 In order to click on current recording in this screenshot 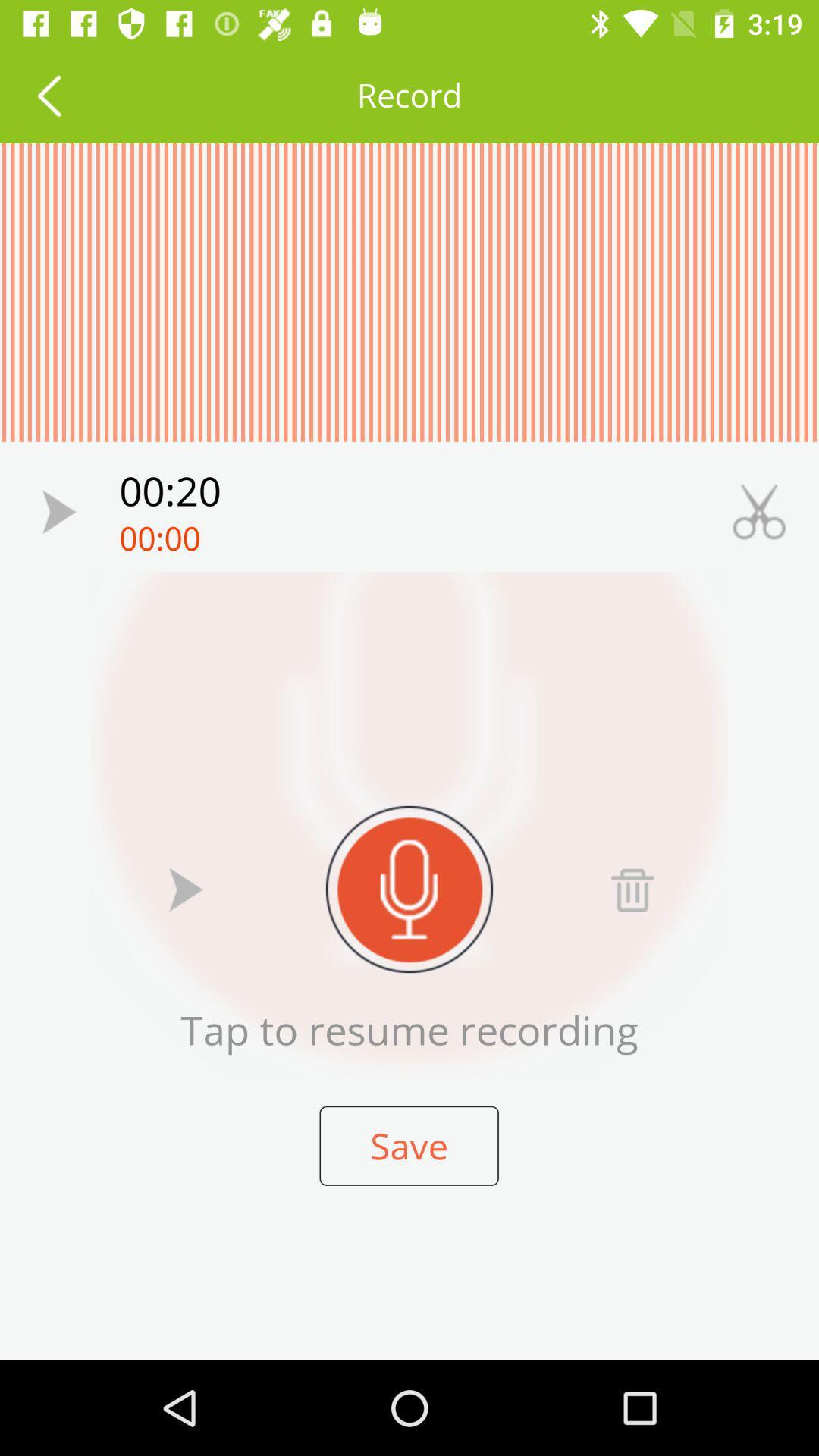, I will do `click(186, 889)`.